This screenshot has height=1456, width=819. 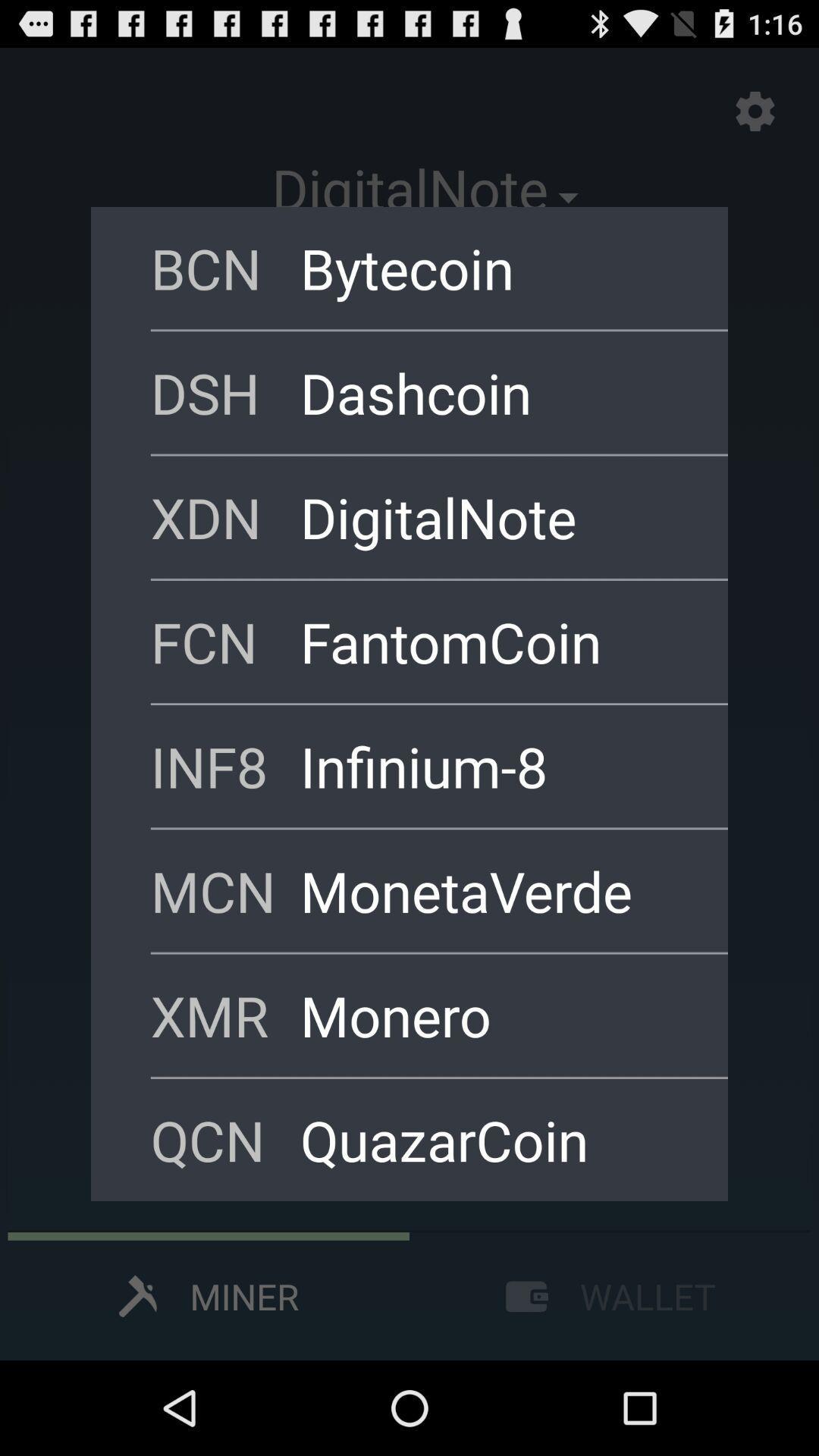 What do you see at coordinates (225, 517) in the screenshot?
I see `the xdn` at bounding box center [225, 517].